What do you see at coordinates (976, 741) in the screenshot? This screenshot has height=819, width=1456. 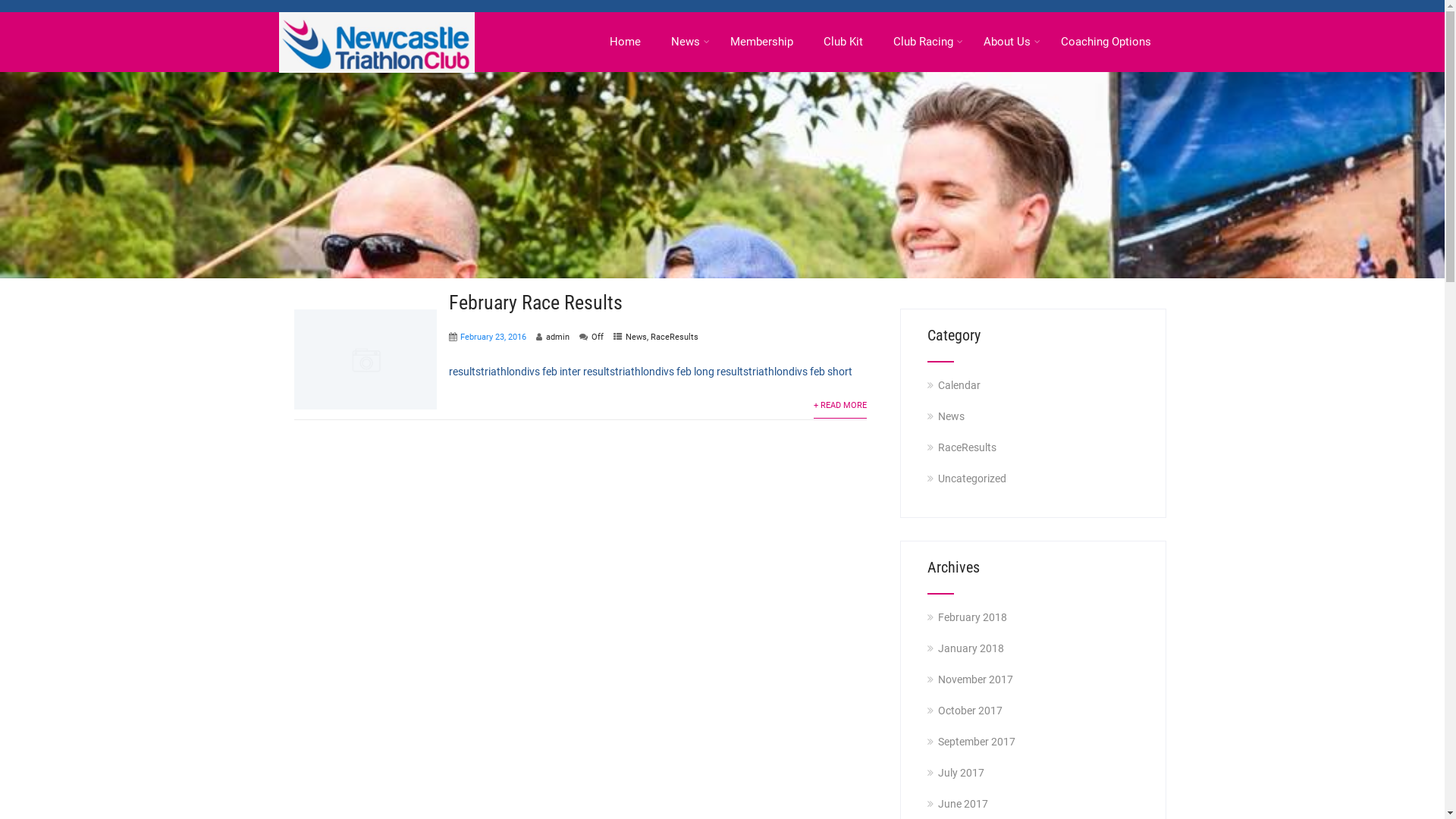 I see `'September 2017'` at bounding box center [976, 741].